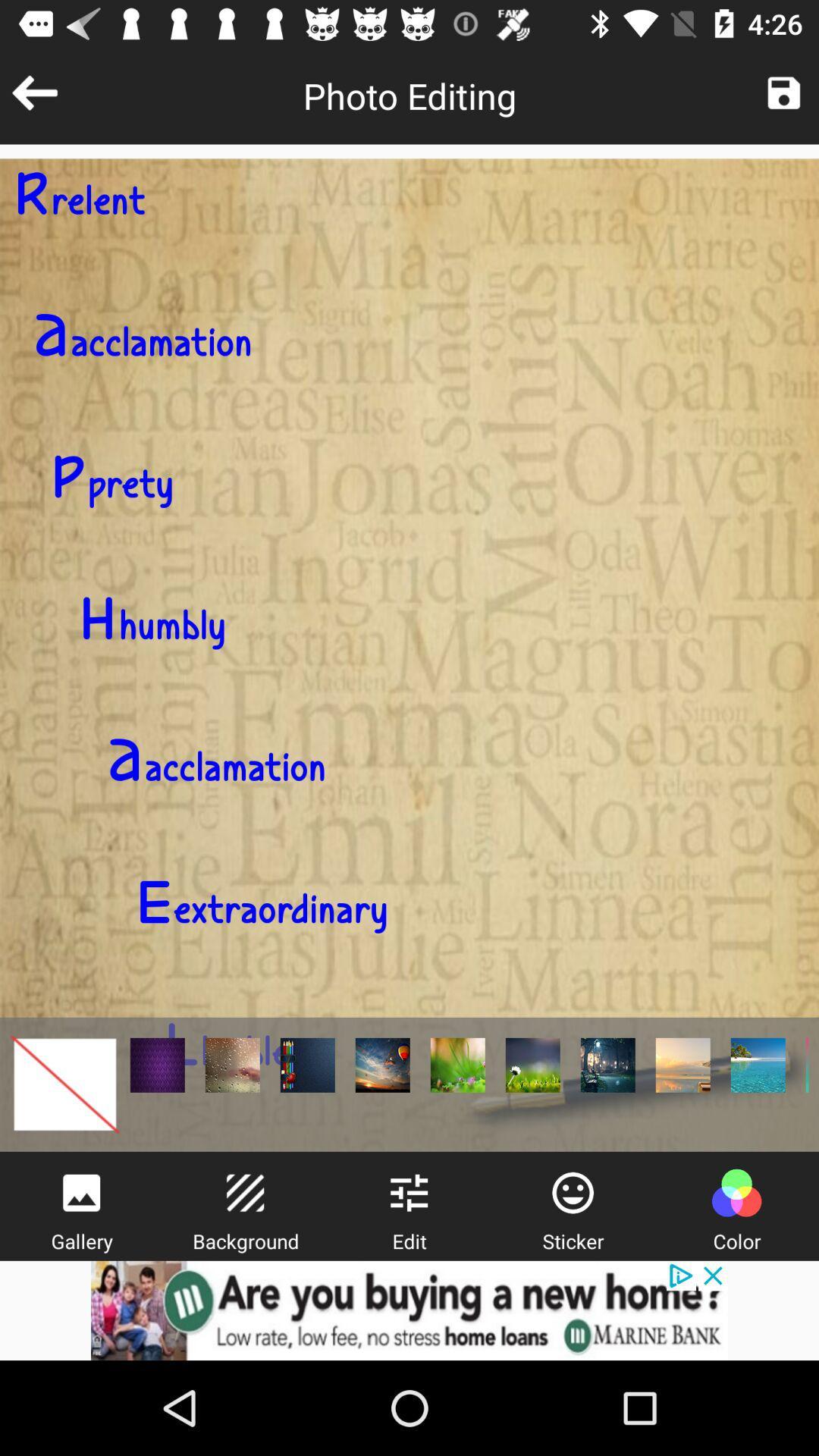 This screenshot has width=819, height=1456. Describe the element at coordinates (381, 1064) in the screenshot. I see `the book icon` at that location.